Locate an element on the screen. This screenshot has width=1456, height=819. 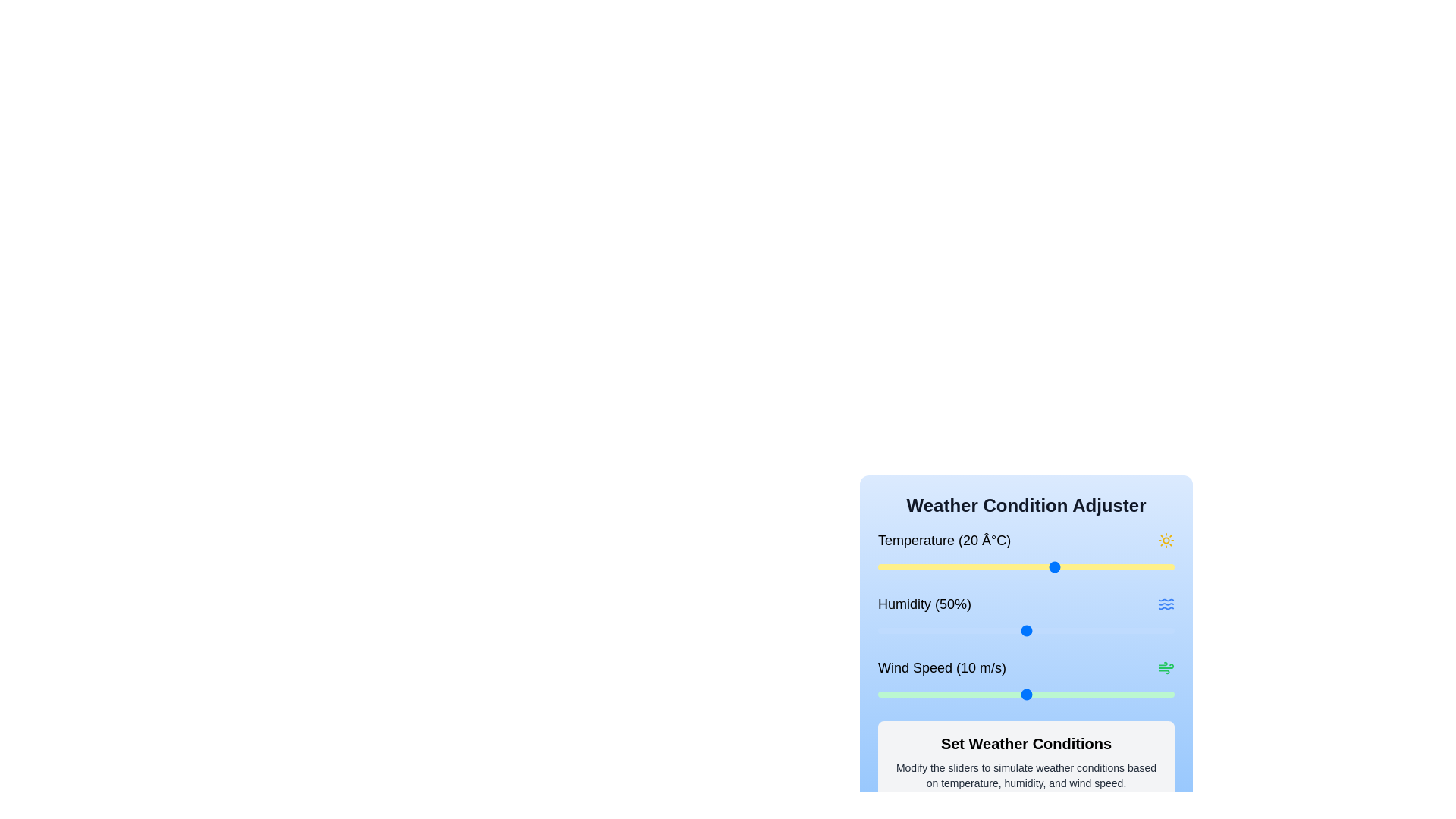
the humidity slider to set the humidity to 77% is located at coordinates (1106, 631).